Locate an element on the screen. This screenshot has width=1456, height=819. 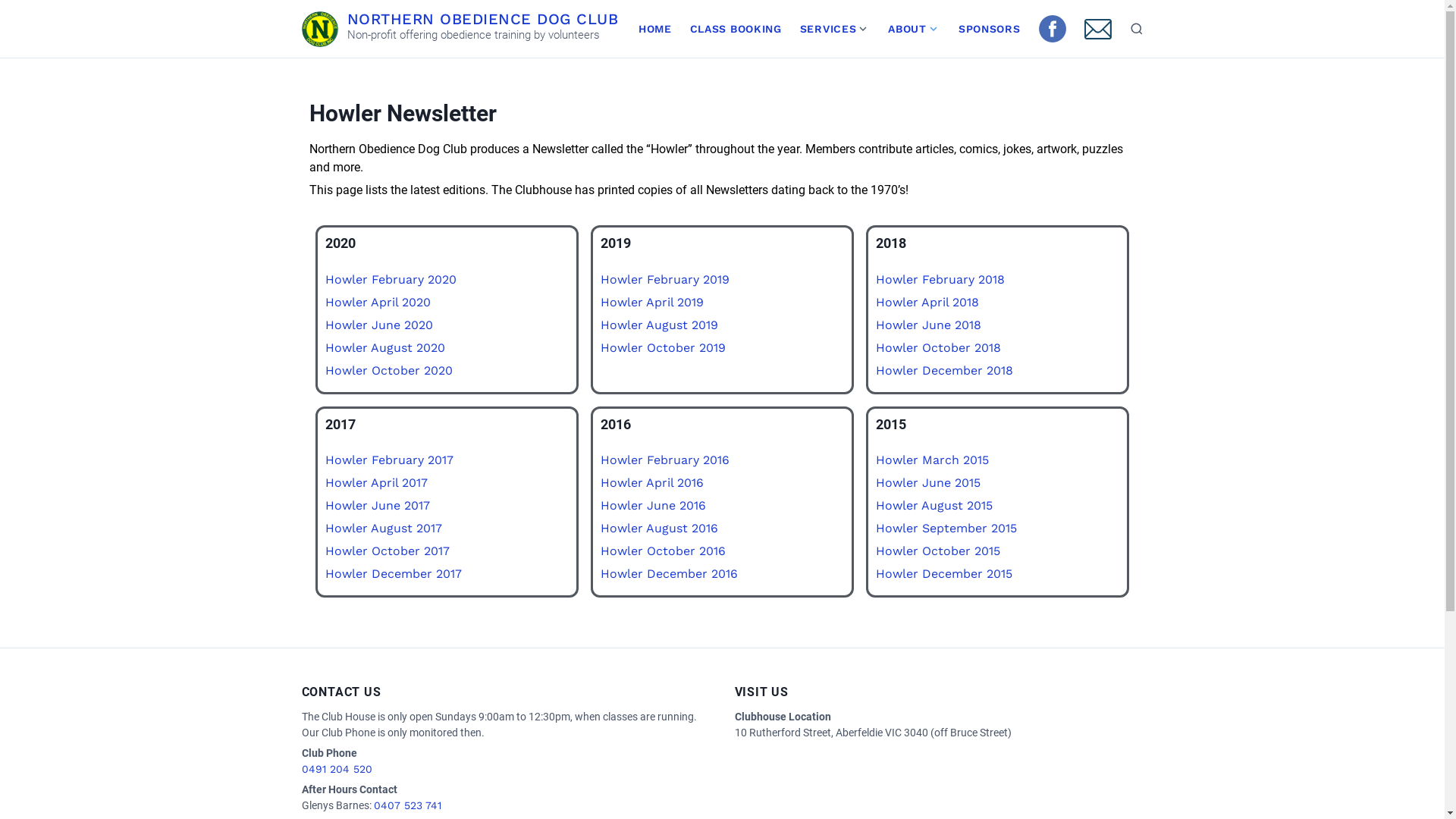
'Howler April 2020' is located at coordinates (323, 301).